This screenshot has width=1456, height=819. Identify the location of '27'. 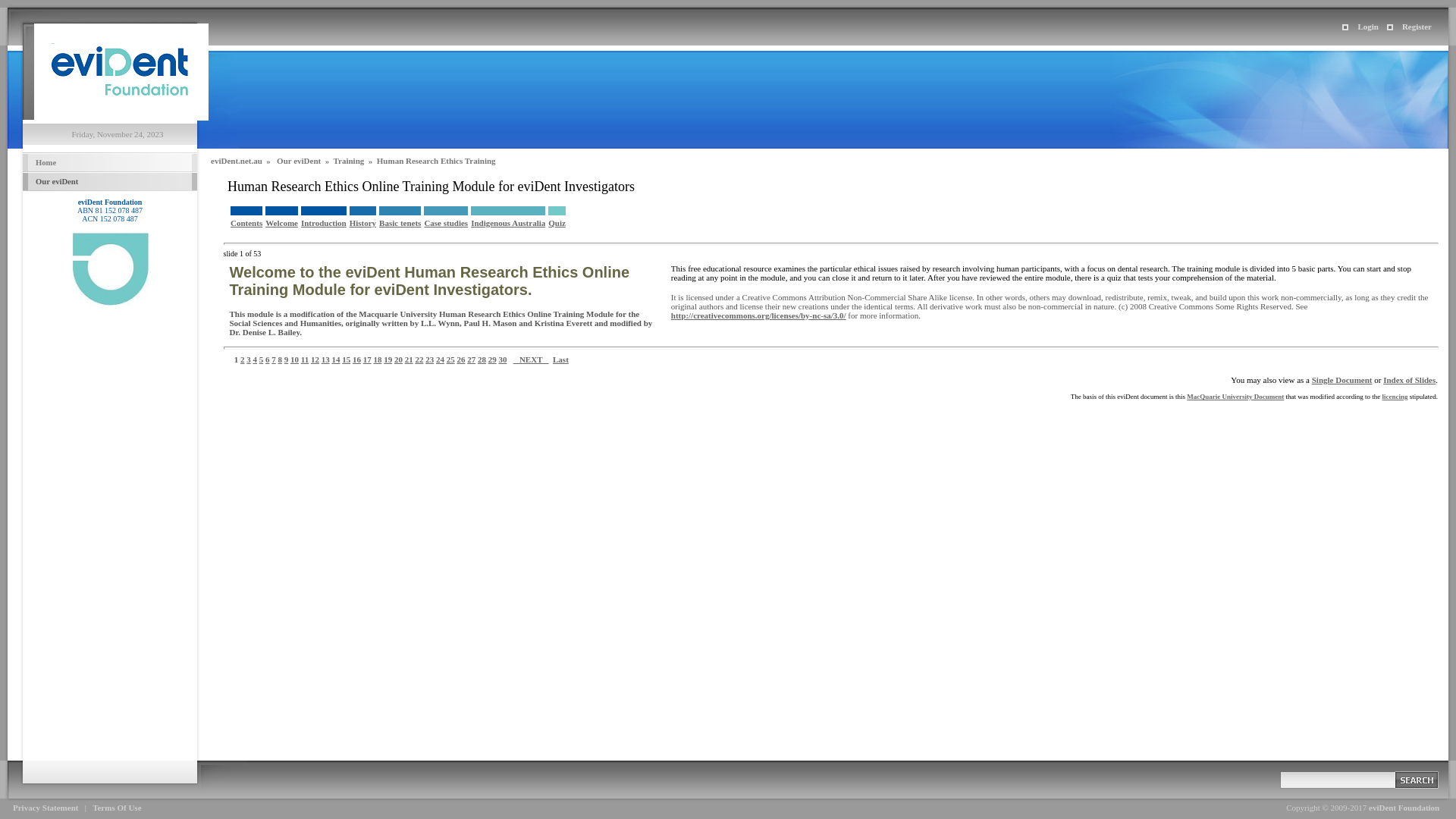
(470, 359).